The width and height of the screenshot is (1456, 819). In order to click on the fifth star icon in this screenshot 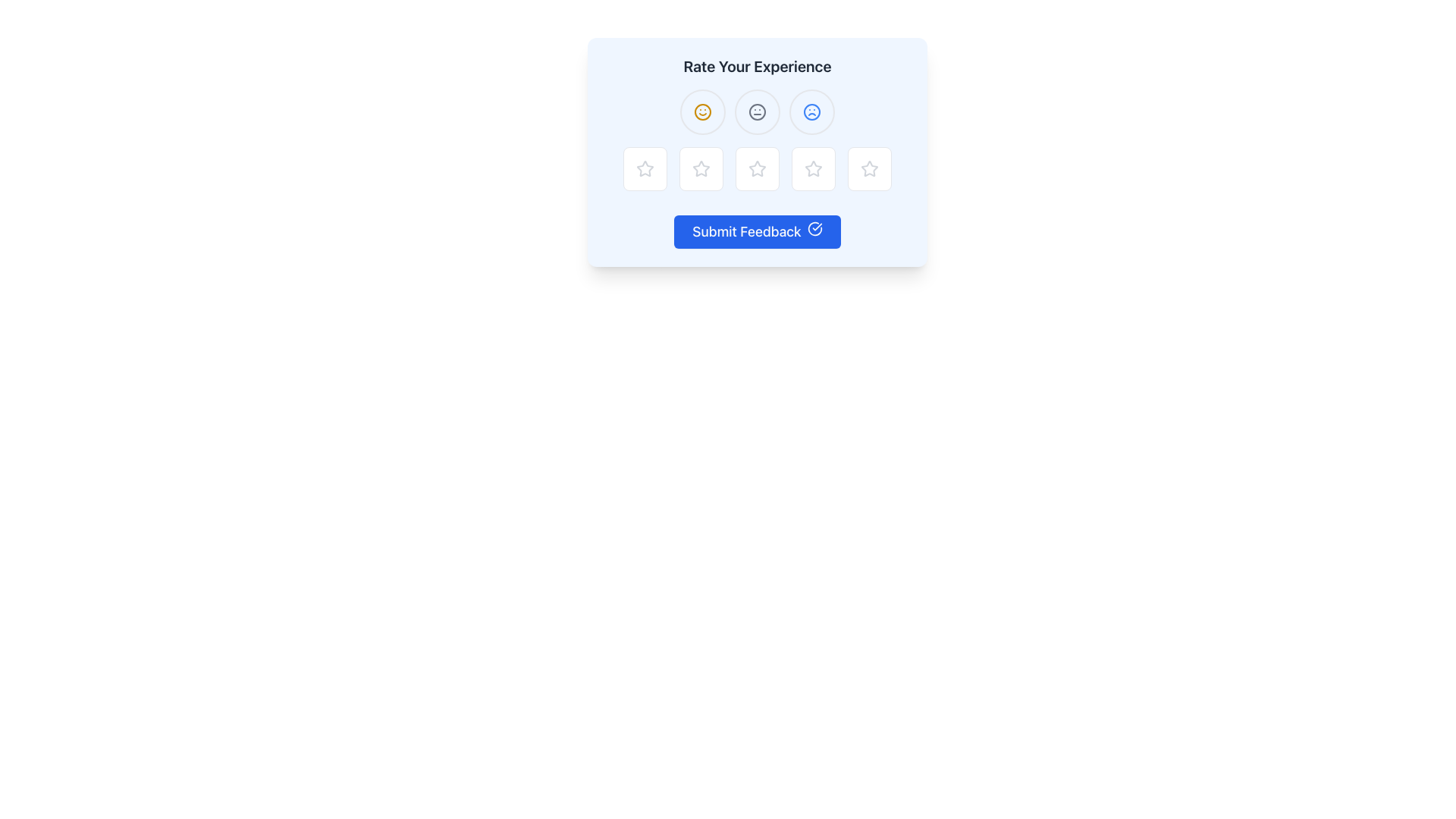, I will do `click(870, 169)`.